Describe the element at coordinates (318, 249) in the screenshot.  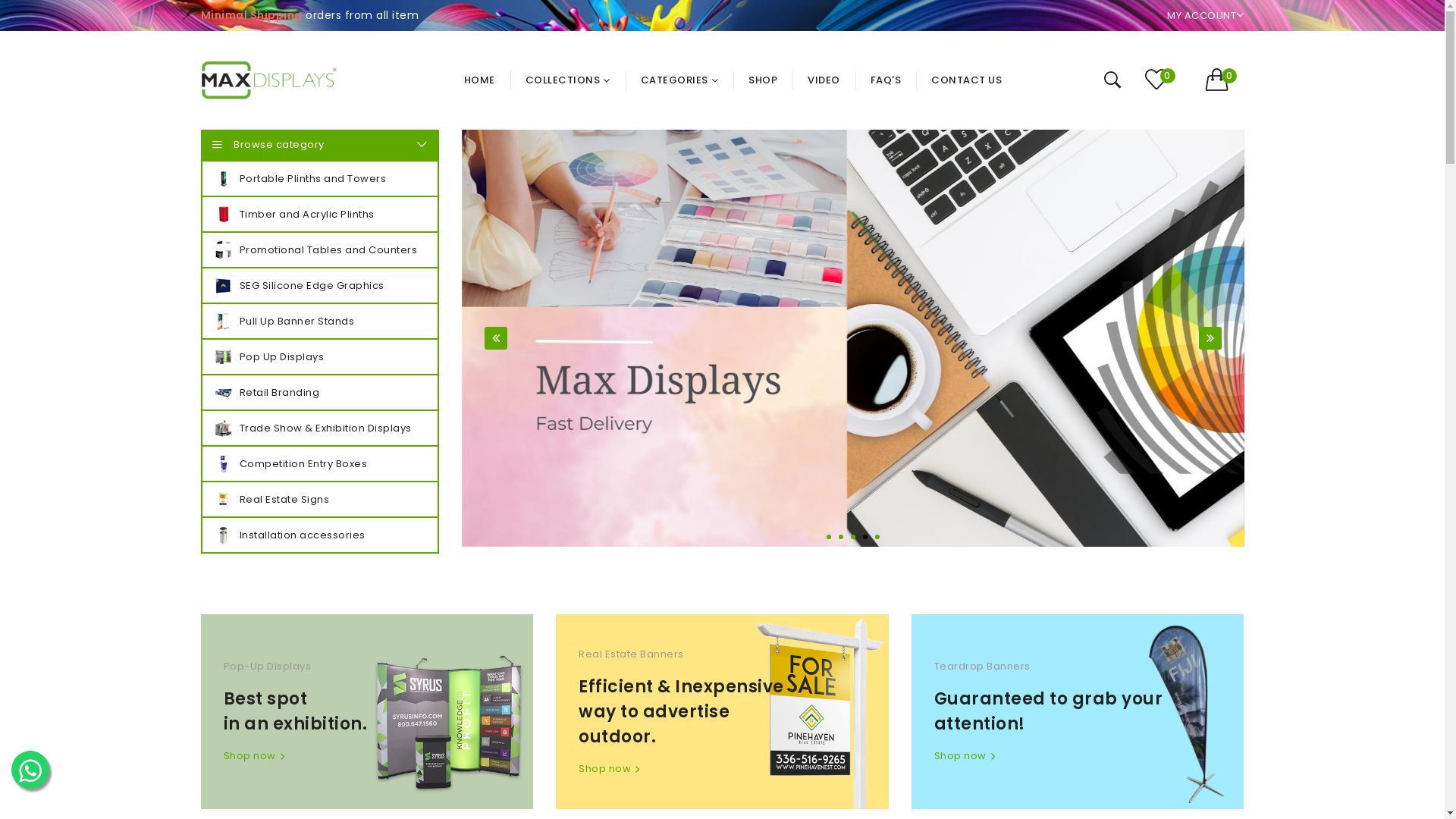
I see `'Promotional Tables and Counters'` at that location.